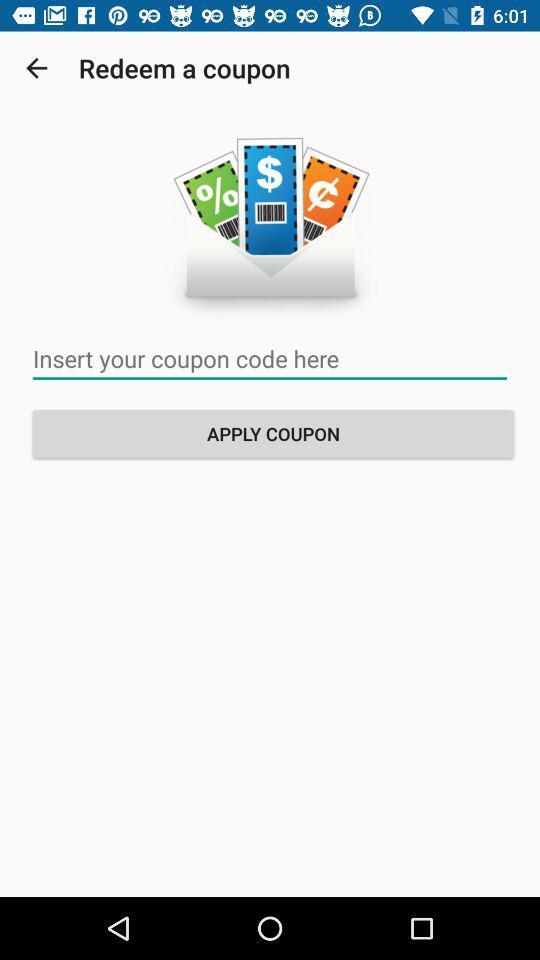  What do you see at coordinates (272, 433) in the screenshot?
I see `the apply coupon icon` at bounding box center [272, 433].